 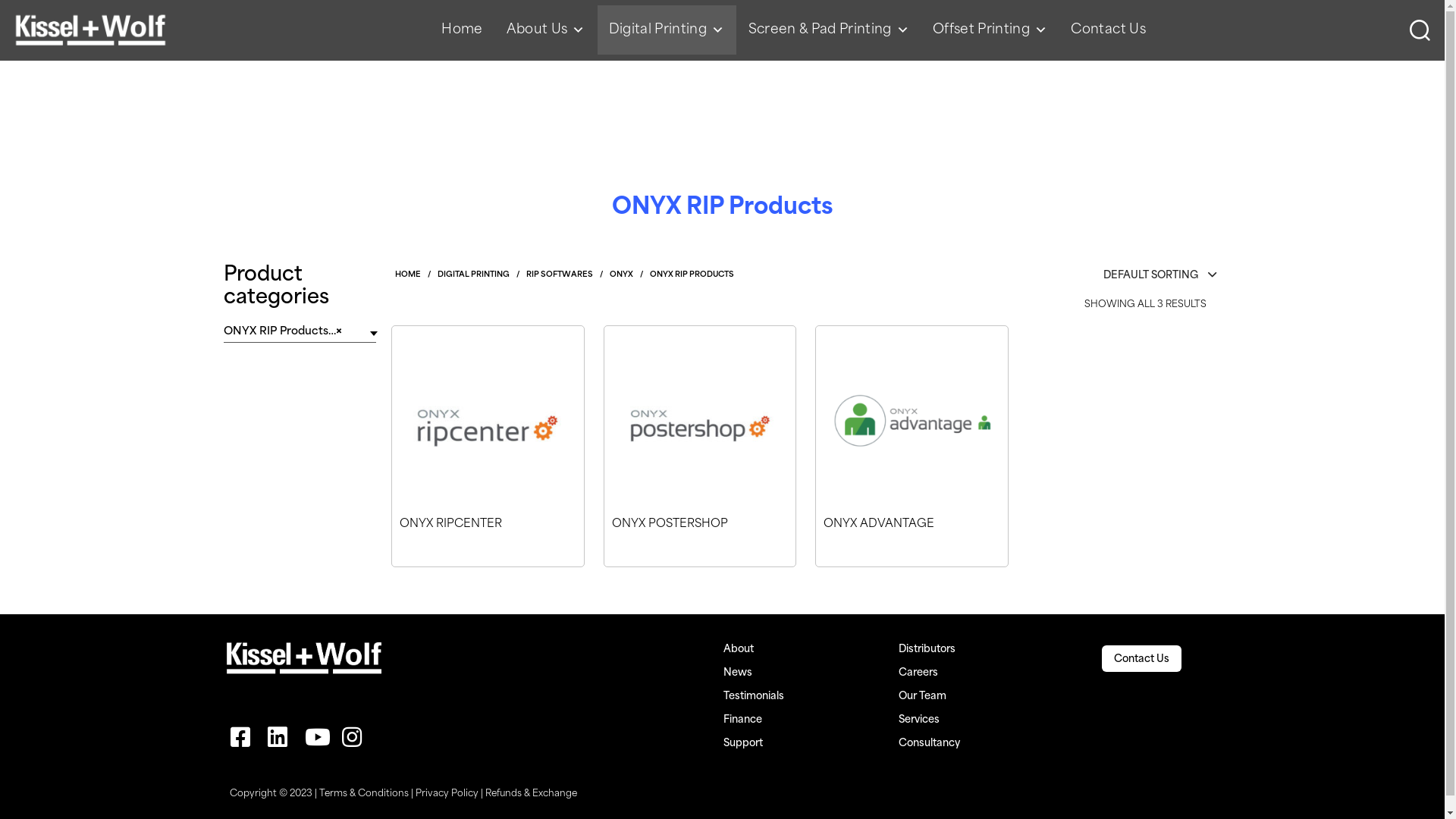 I want to click on 'DIGITAL PRINTING', so click(x=472, y=275).